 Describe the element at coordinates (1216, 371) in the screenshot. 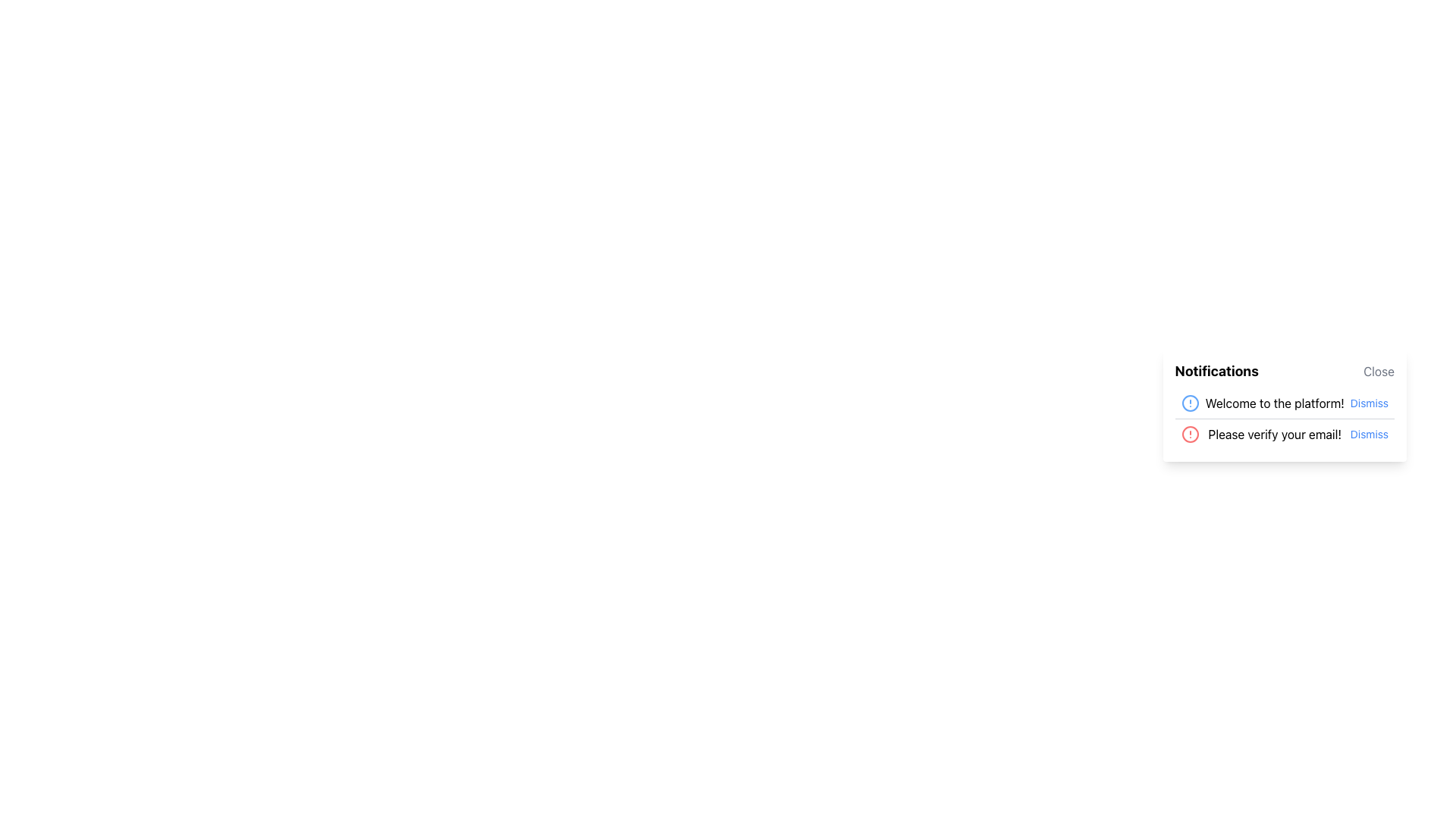

I see `the Text Label that serves` at that location.